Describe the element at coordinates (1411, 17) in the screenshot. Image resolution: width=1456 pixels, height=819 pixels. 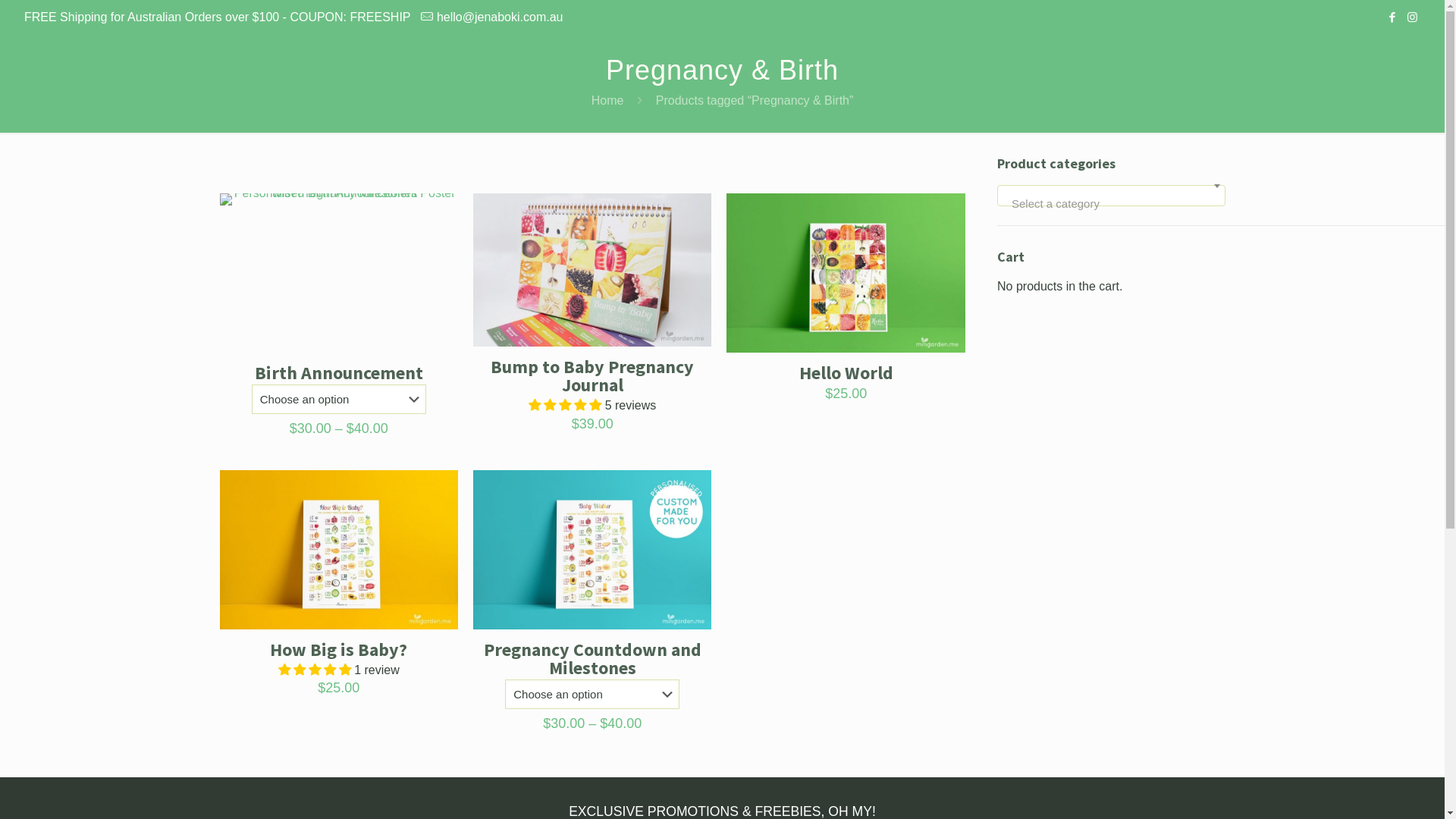
I see `'Instagram'` at that location.